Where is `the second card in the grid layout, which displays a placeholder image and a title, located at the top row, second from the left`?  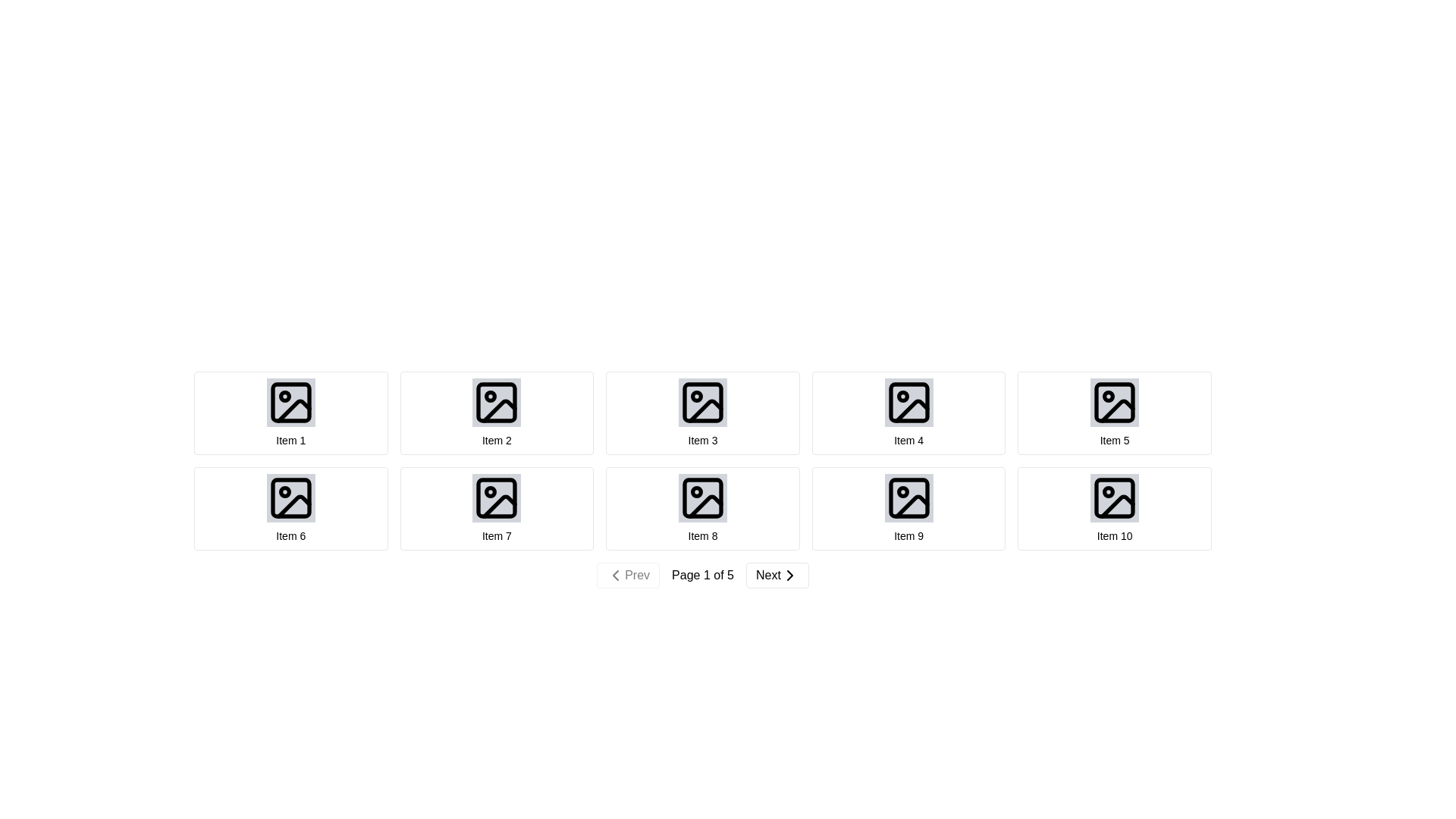
the second card in the grid layout, which displays a placeholder image and a title, located at the top row, second from the left is located at coordinates (497, 413).